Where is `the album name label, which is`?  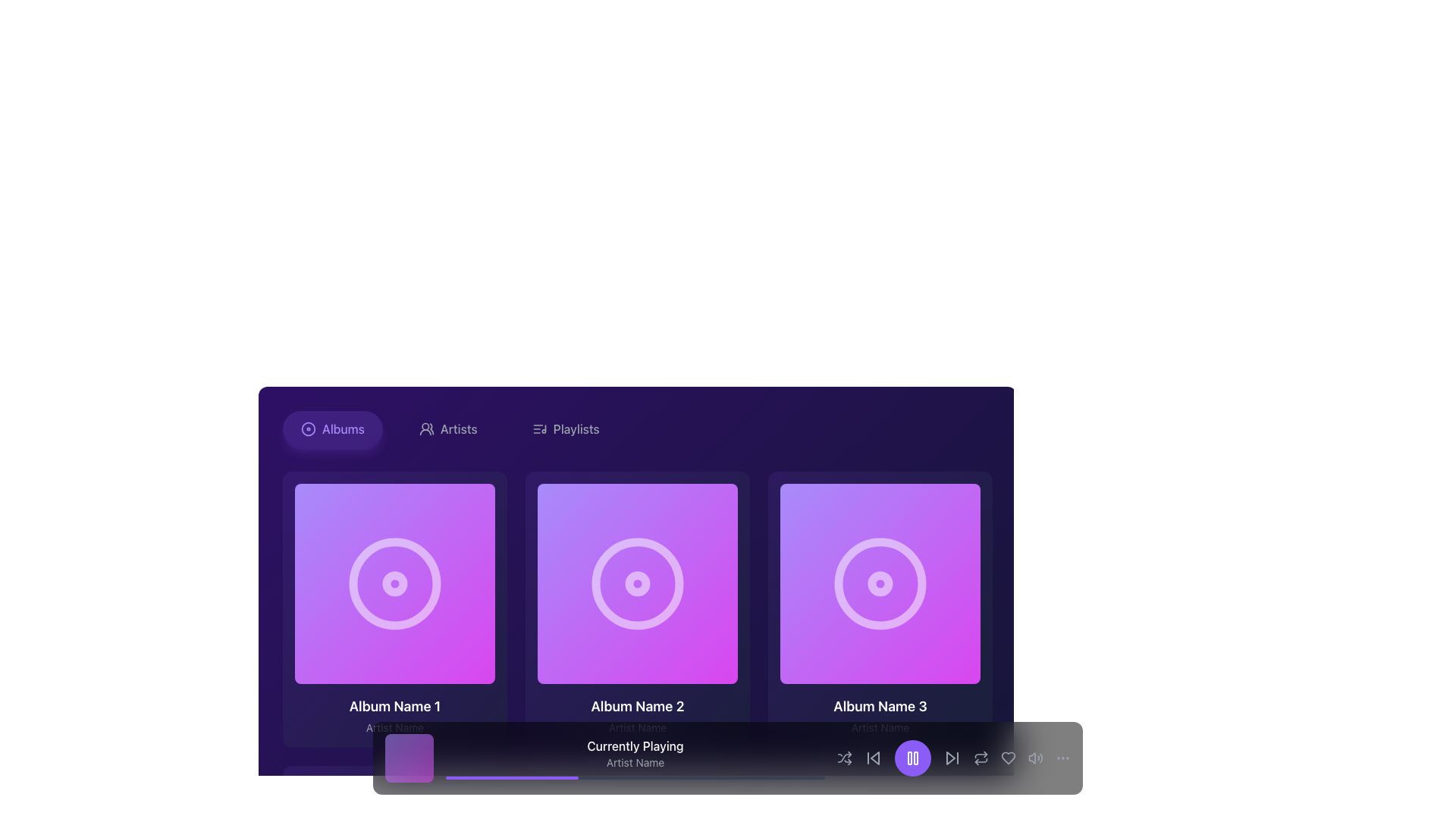
the album name label, which is is located at coordinates (395, 707).